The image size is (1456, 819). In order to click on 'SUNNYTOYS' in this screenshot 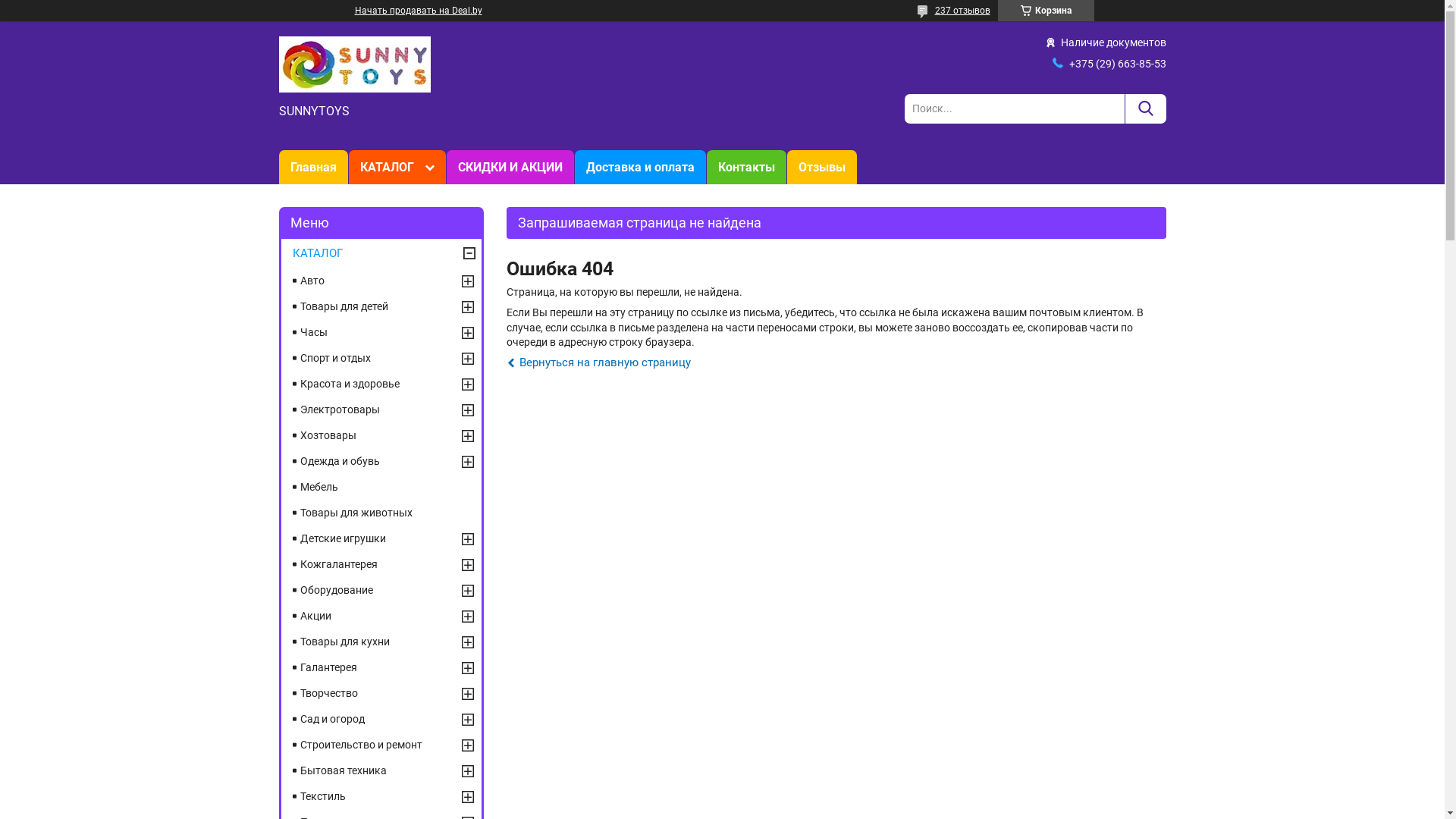, I will do `click(354, 63)`.